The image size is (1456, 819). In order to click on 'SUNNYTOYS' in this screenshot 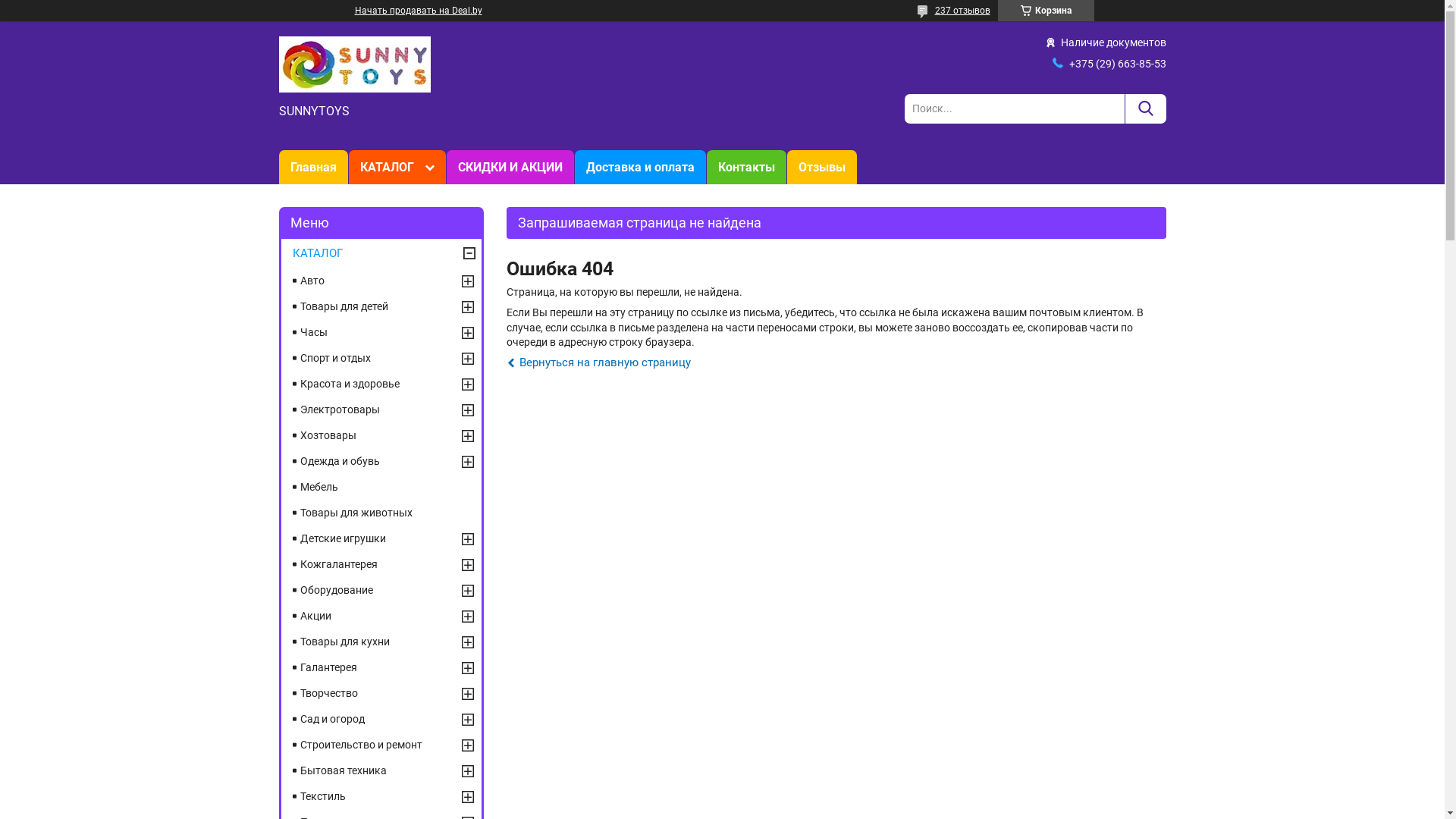, I will do `click(354, 63)`.